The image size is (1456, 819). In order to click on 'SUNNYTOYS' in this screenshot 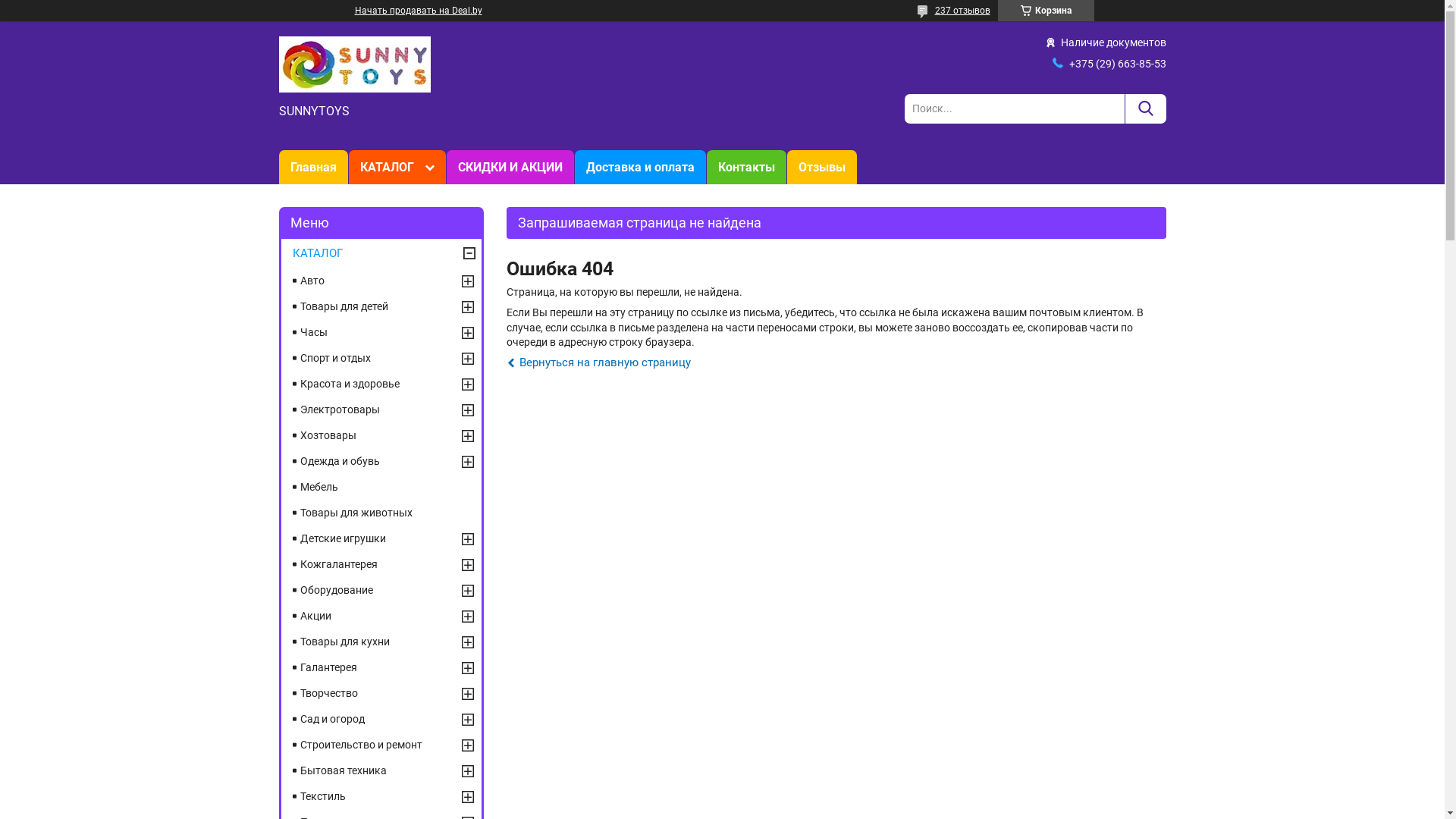, I will do `click(354, 63)`.